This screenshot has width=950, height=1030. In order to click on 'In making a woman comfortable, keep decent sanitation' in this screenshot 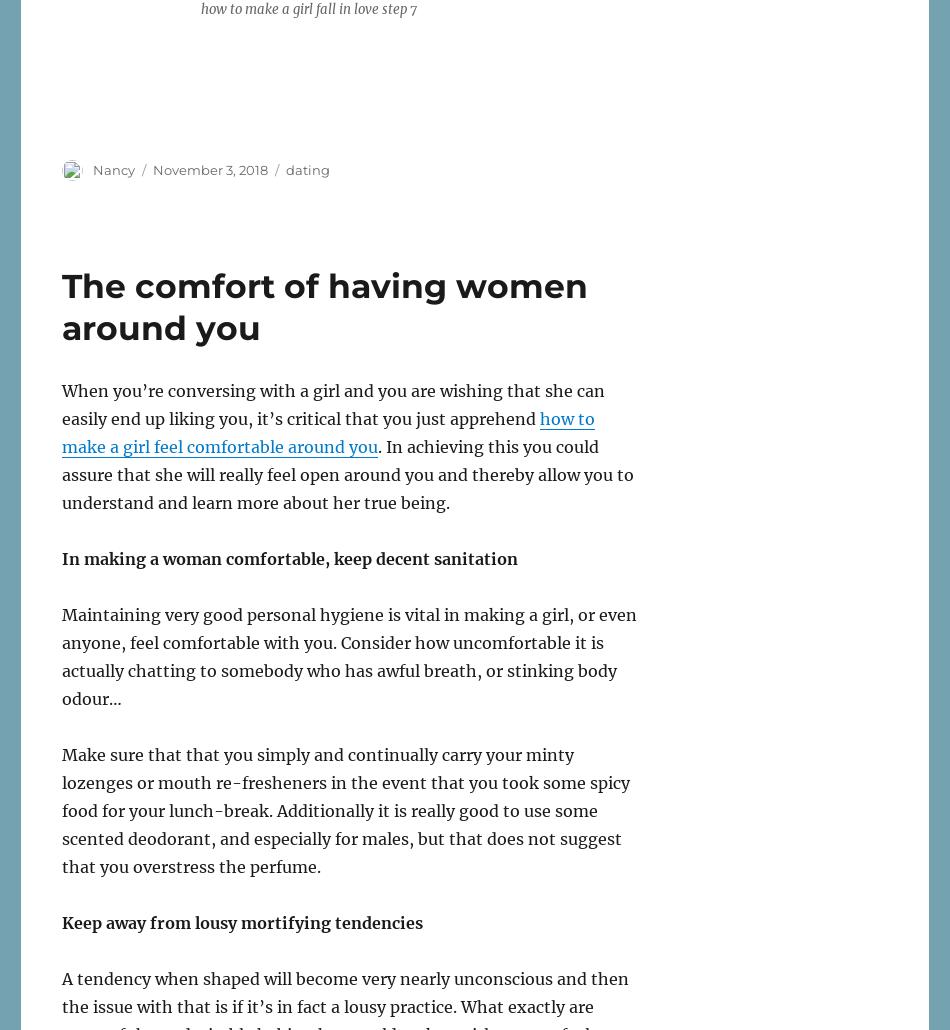, I will do `click(289, 557)`.